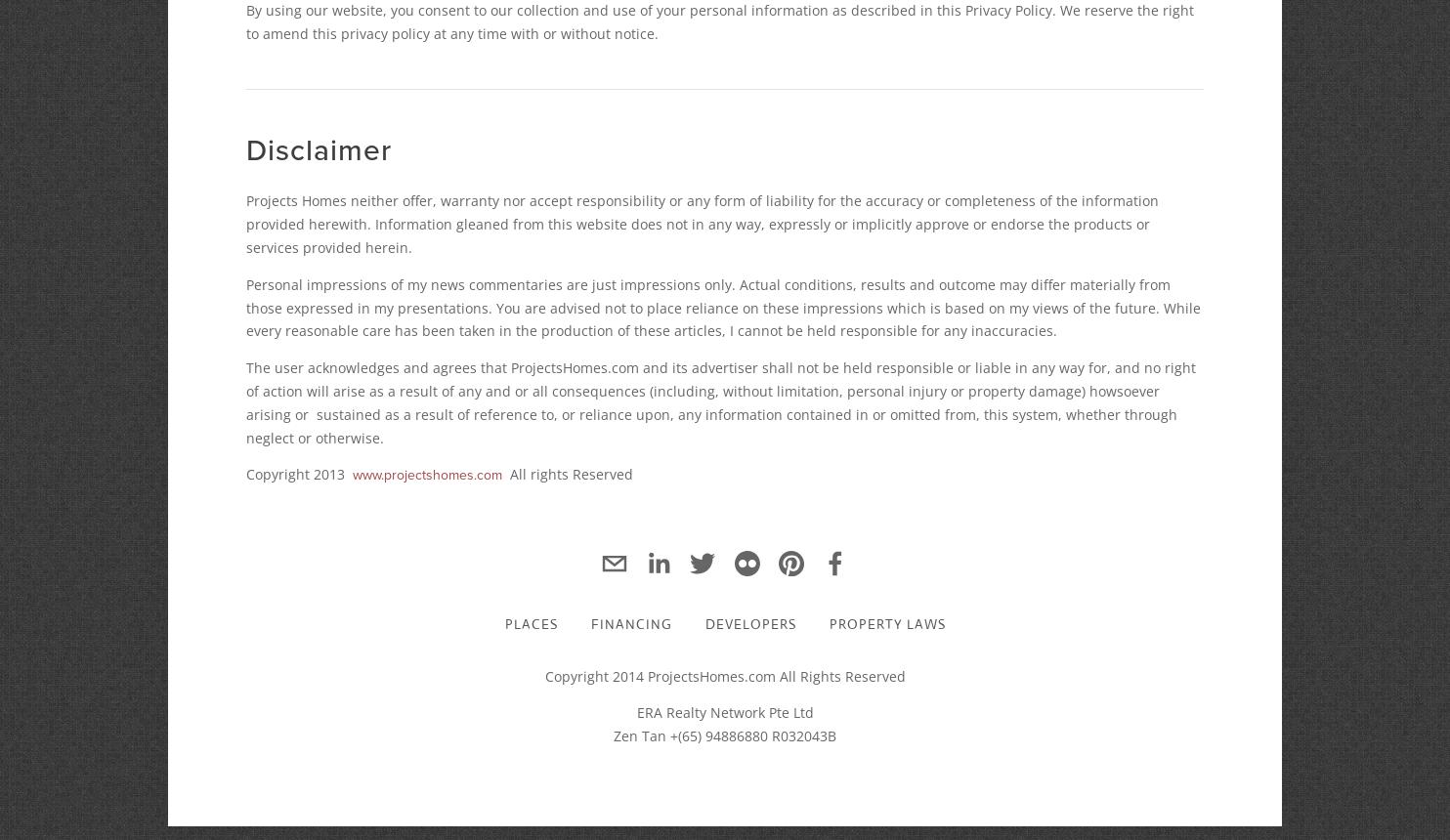 The width and height of the screenshot is (1450, 840). Describe the element at coordinates (724, 675) in the screenshot. I see `'Copyright 2014 ProjectsHomes.com All Rights Reserved'` at that location.